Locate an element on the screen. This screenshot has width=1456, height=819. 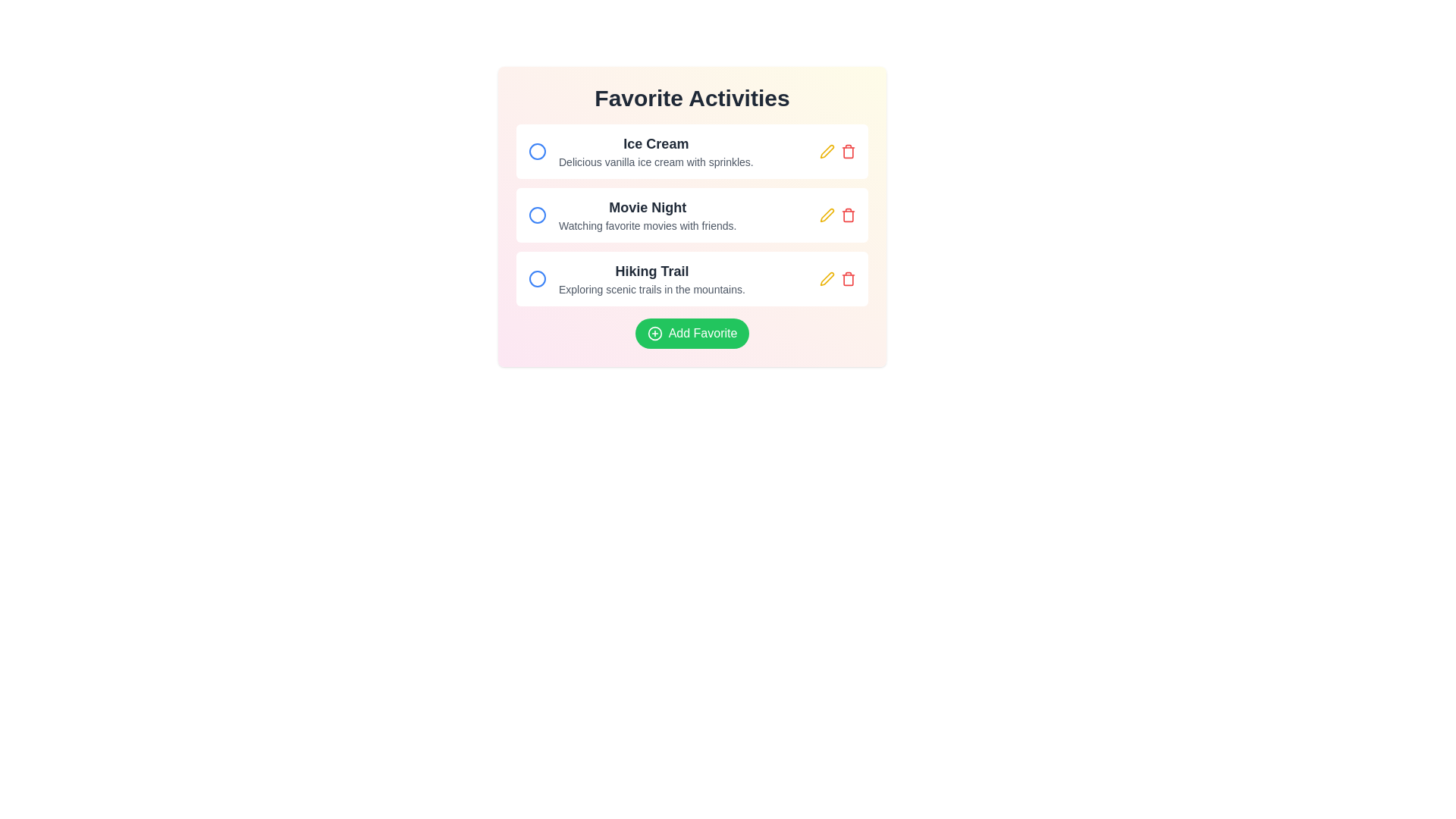
the first item is located at coordinates (640, 152).